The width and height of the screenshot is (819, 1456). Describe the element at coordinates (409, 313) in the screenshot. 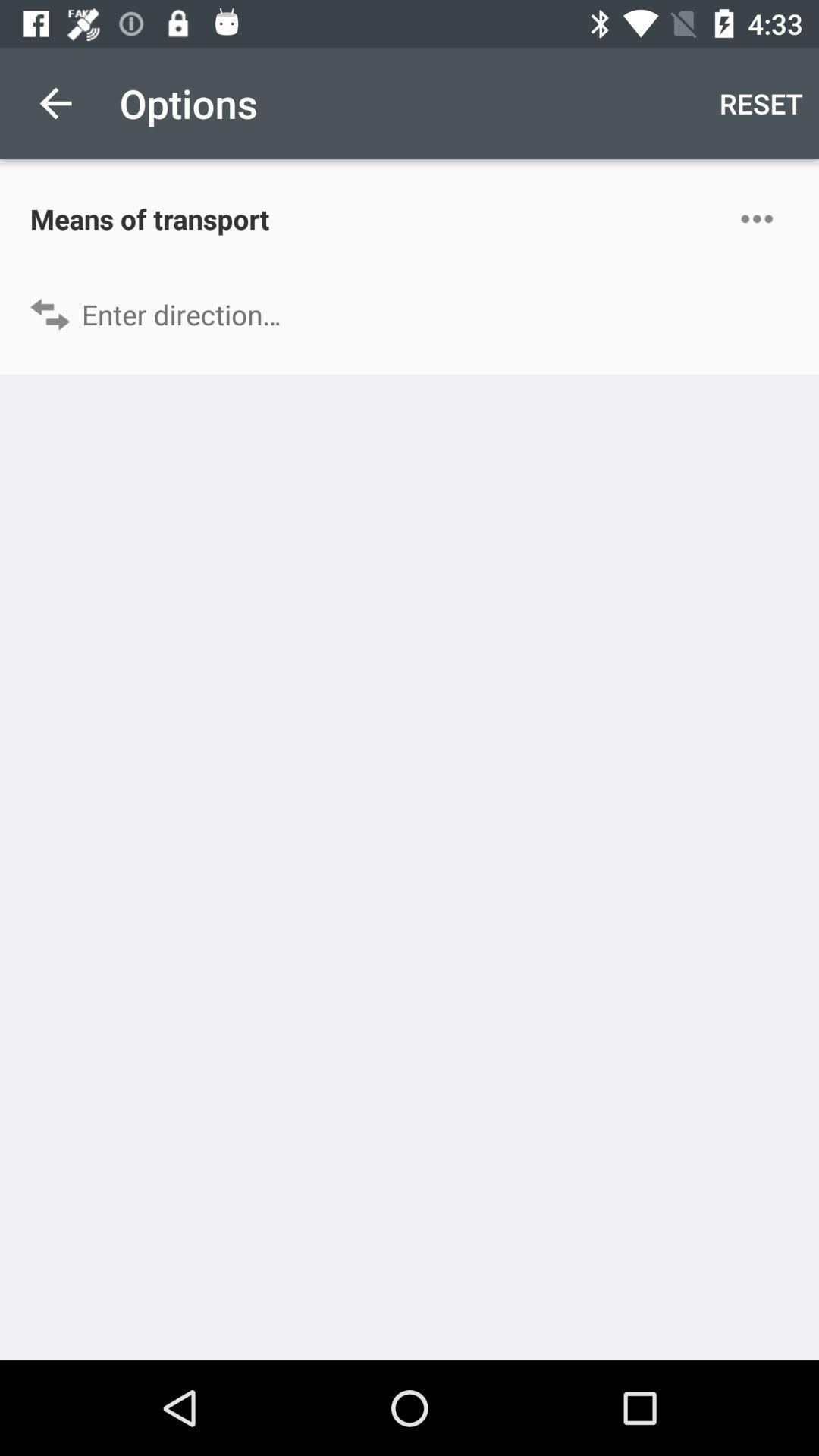

I see `the item at the top` at that location.